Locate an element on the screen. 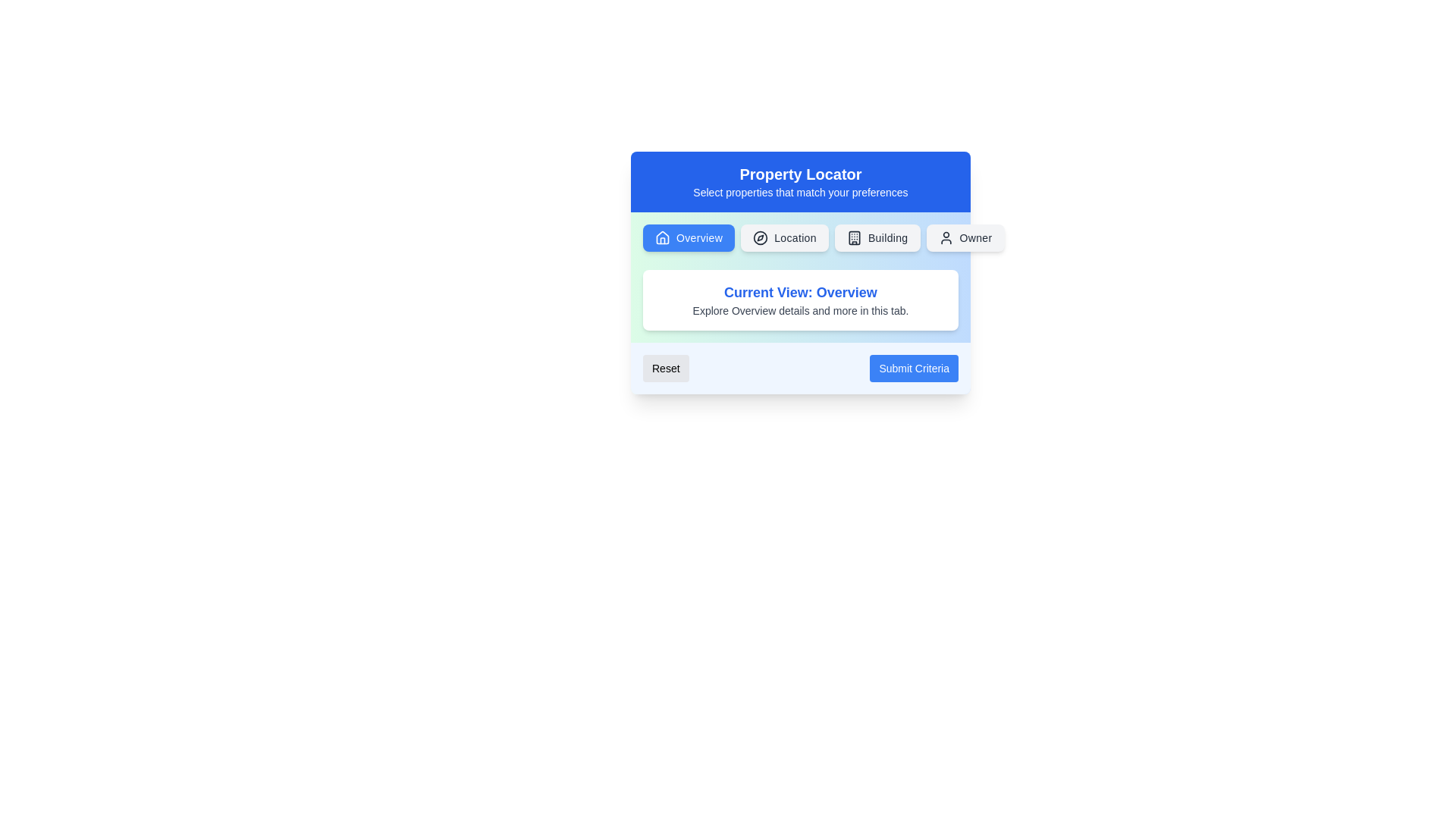  the 'Overview' button located in the leftmost position of the horizontal row under the title 'Property Locator' is located at coordinates (688, 237).